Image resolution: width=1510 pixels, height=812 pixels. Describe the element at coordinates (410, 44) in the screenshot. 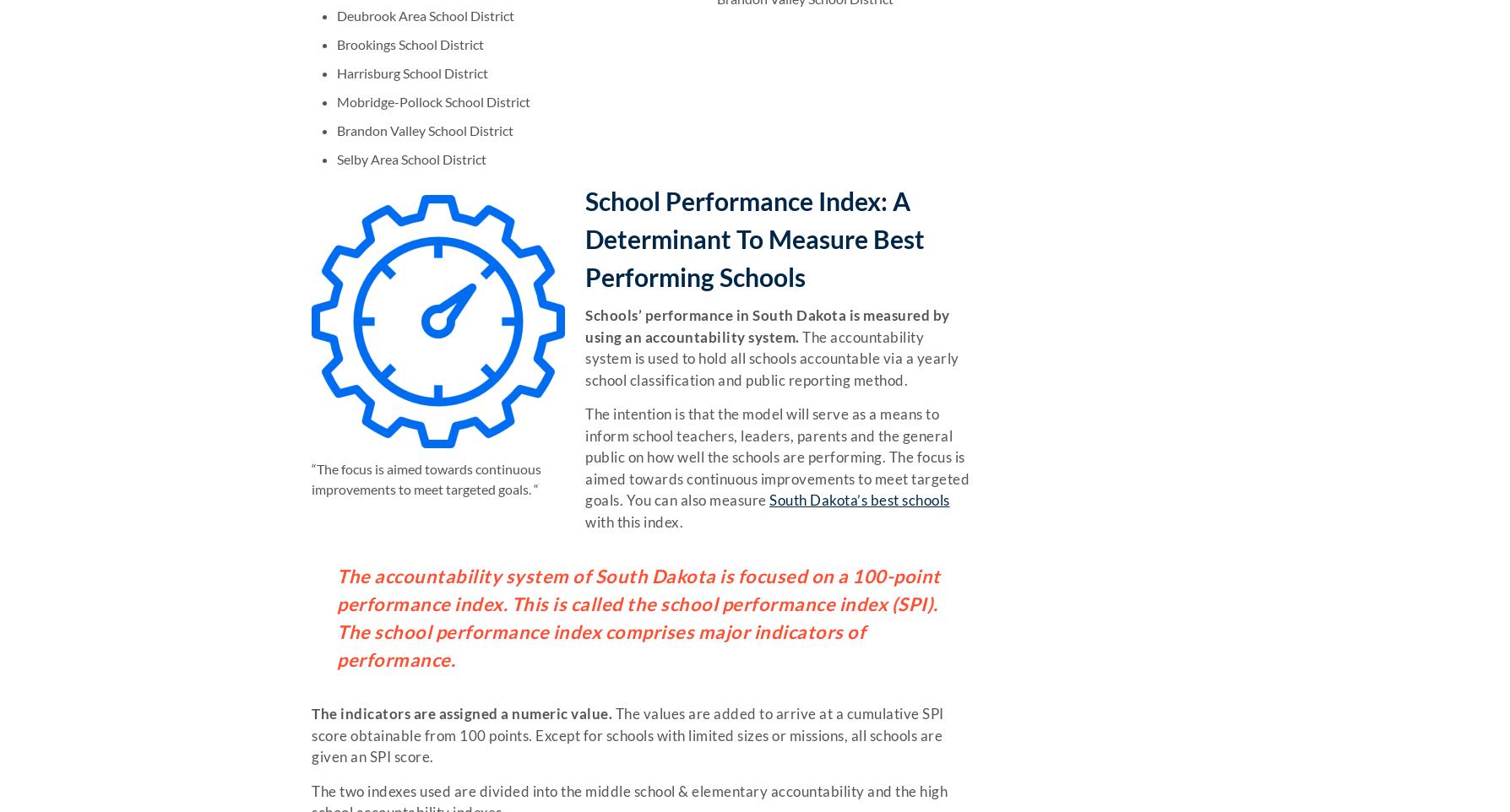

I see `'Brookings School District'` at that location.